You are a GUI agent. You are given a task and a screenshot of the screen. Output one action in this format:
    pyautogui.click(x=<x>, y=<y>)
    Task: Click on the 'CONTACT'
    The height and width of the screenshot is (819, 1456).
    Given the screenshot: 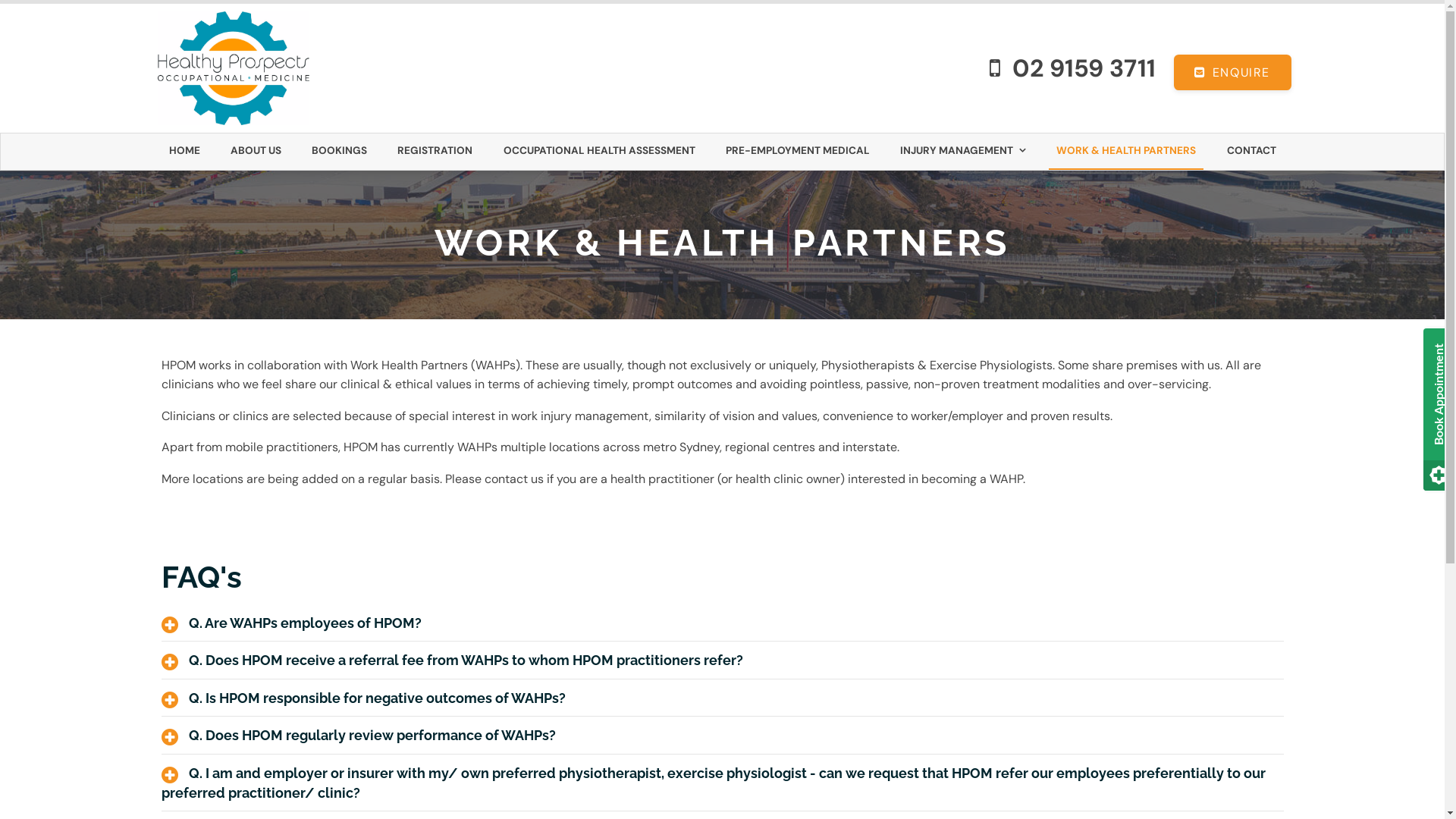 What is the action you would take?
    pyautogui.click(x=1251, y=152)
    